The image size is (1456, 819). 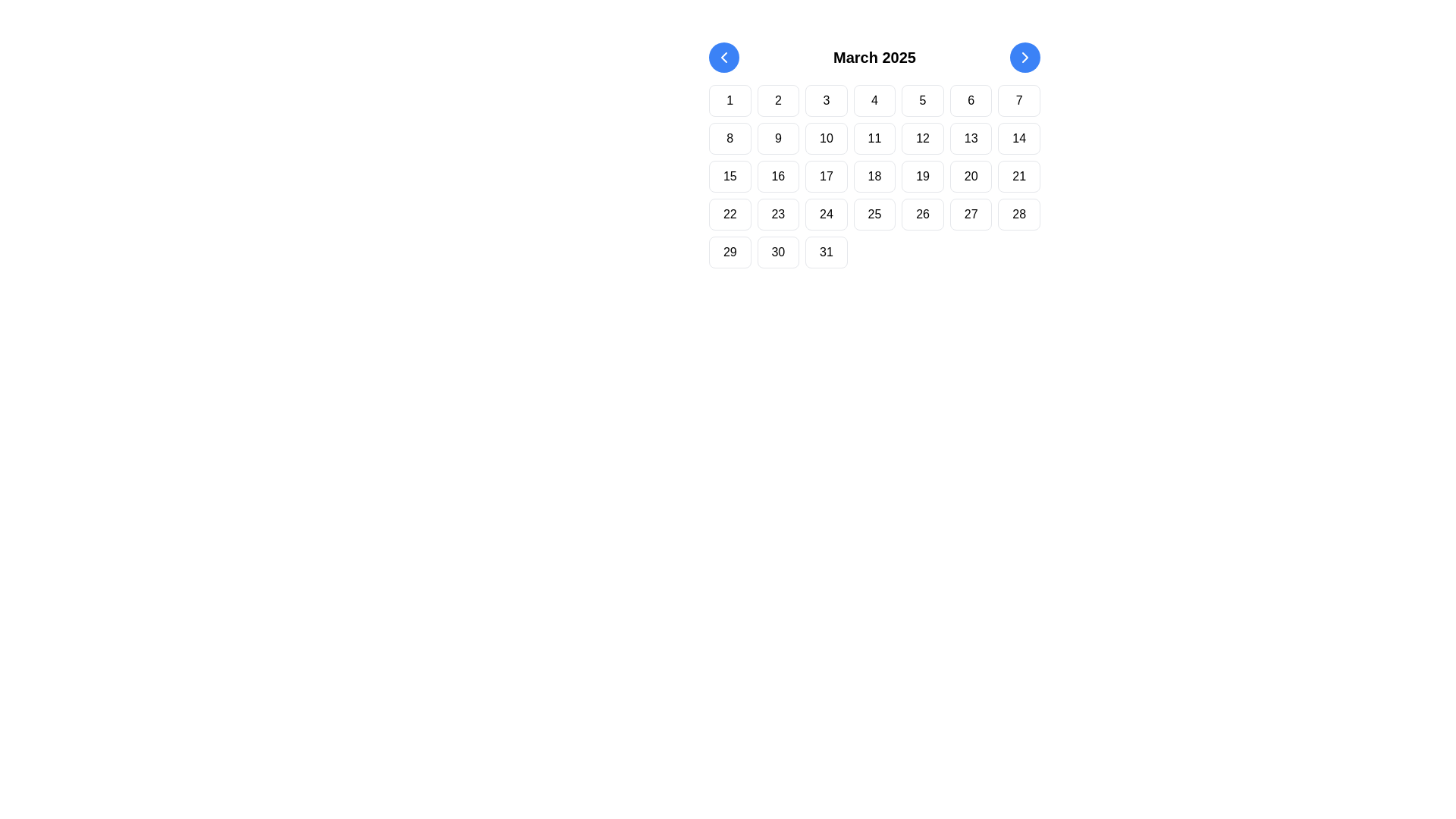 I want to click on the button representing the calendar date '31' located in the 7th column of the 5th row of the calendar layout, so click(x=825, y=251).